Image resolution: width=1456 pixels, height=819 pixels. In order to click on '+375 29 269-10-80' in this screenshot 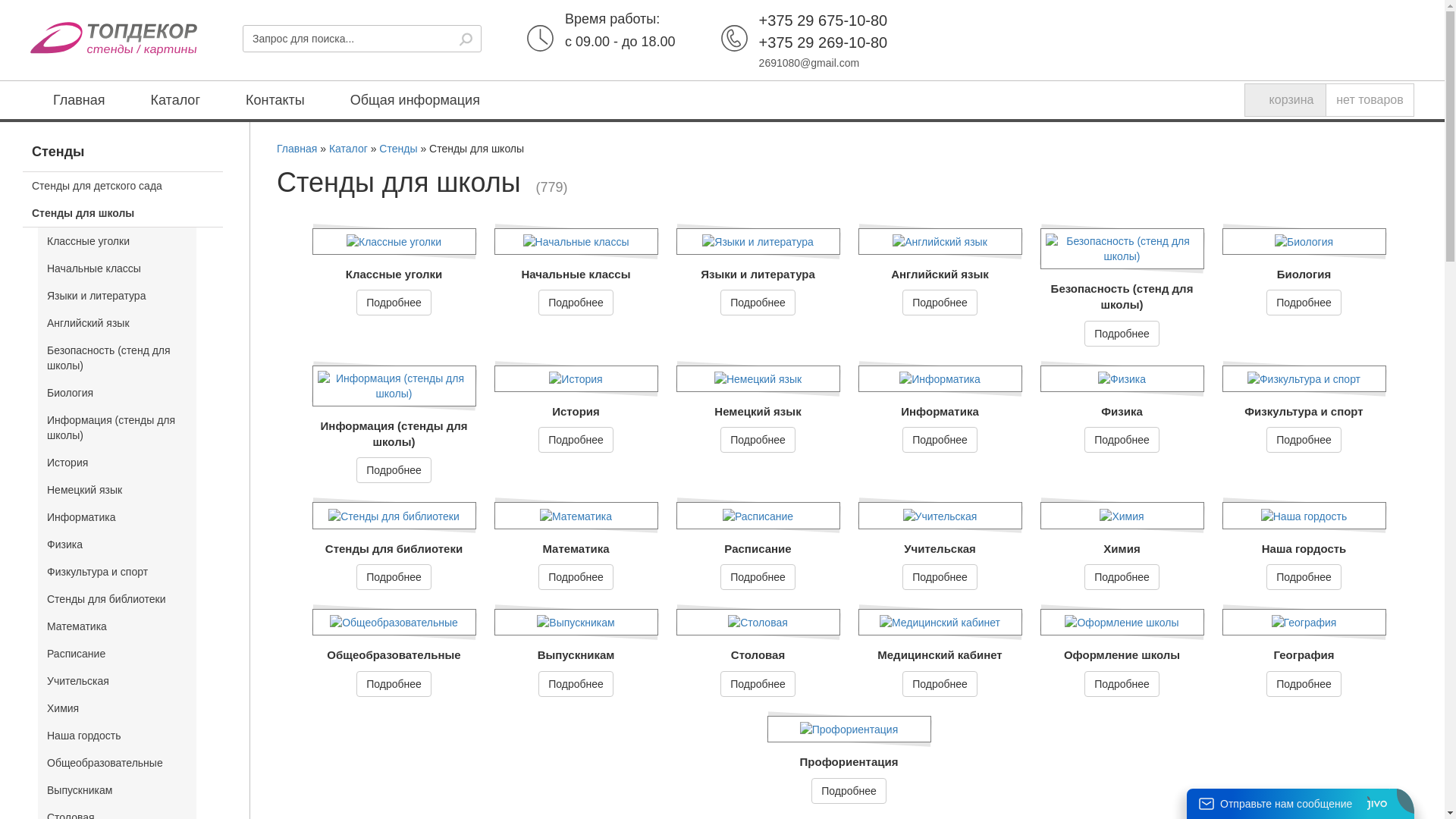, I will do `click(759, 42)`.